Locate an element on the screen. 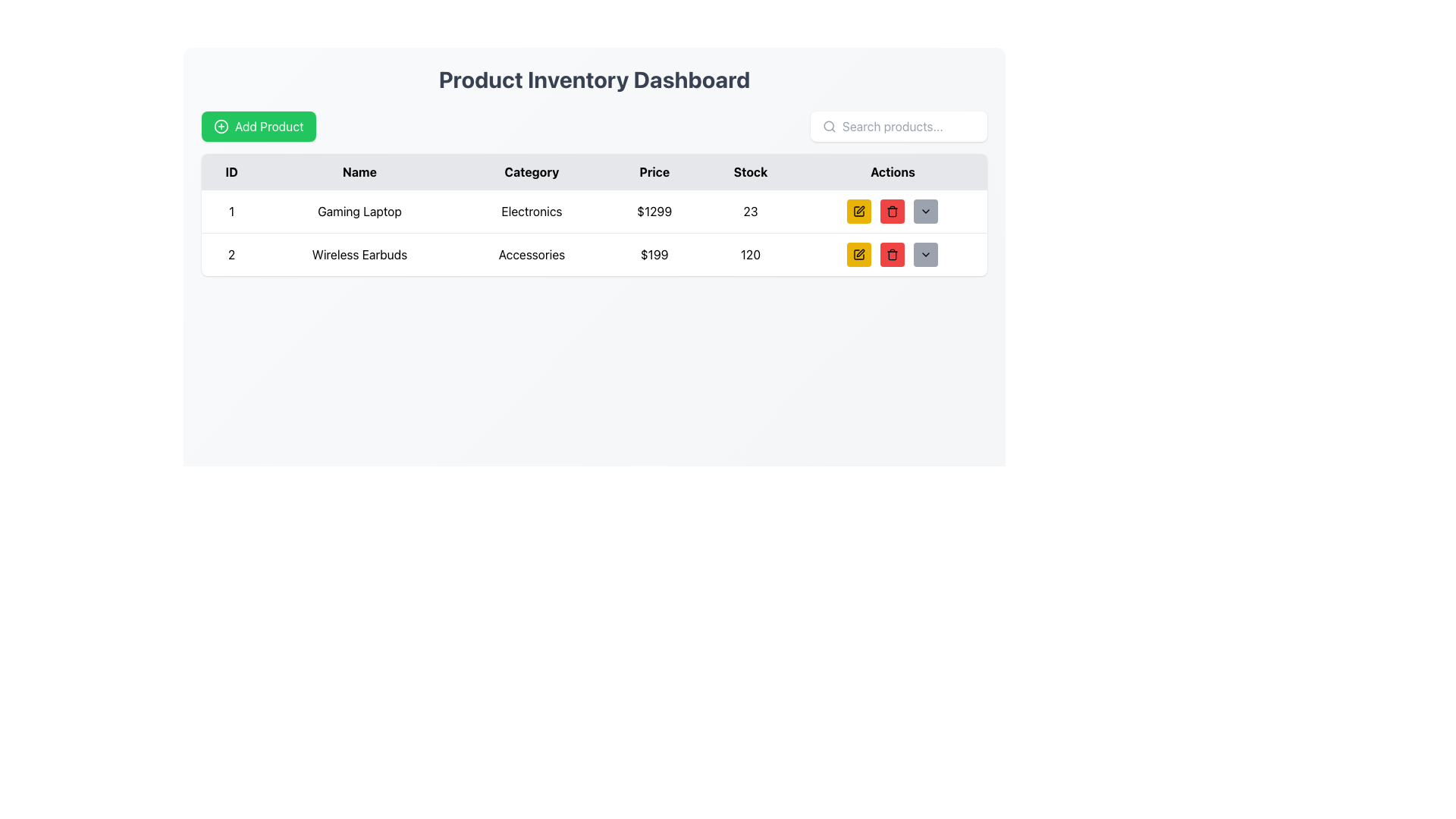  the price display text element showing '$199' for 'Wireless Earbuds' in the second row of the product table is located at coordinates (654, 253).